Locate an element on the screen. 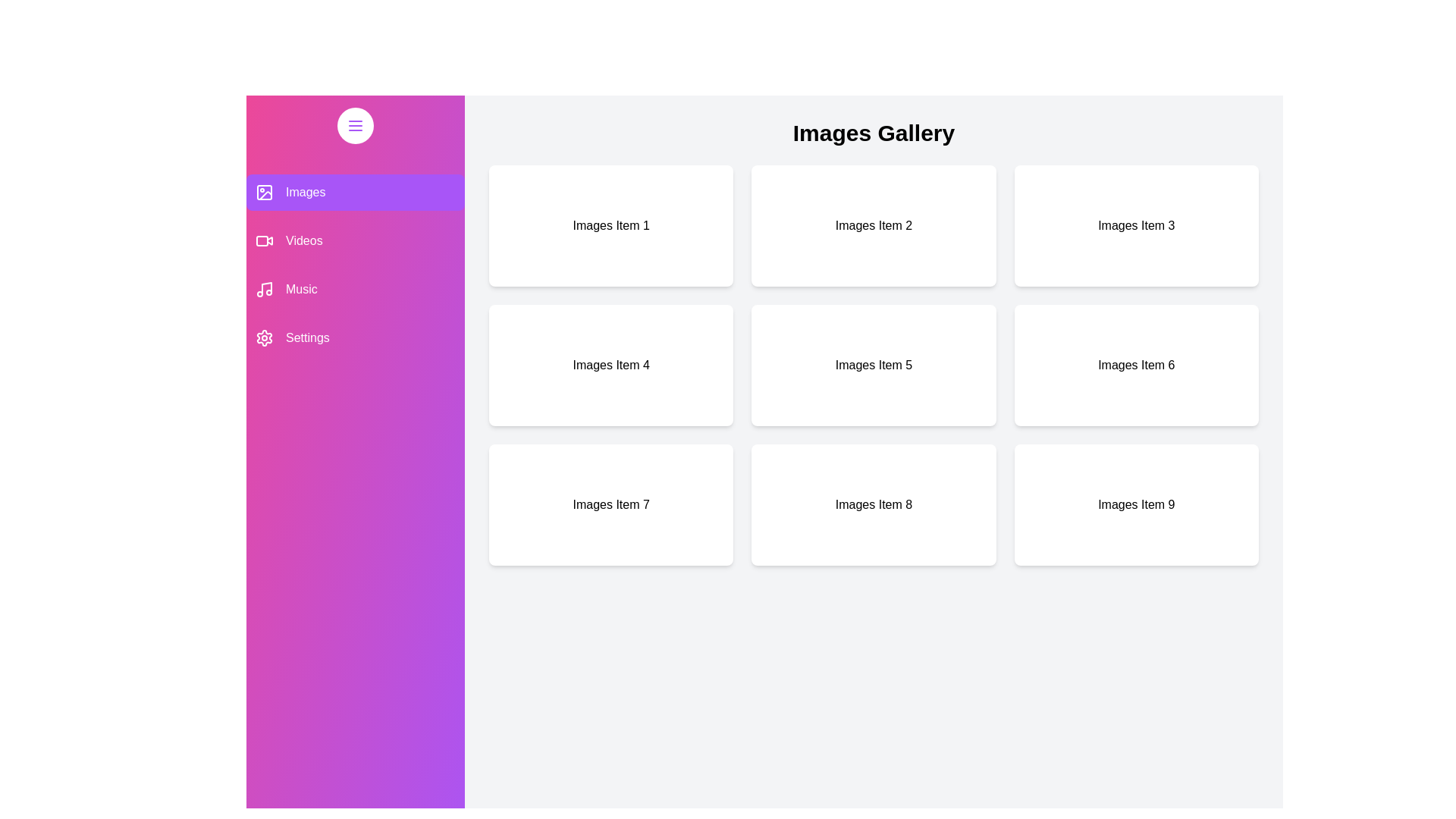 The image size is (1456, 819). toggle button located at the top-left corner of the drawer to toggle its open or closed state is located at coordinates (355, 124).